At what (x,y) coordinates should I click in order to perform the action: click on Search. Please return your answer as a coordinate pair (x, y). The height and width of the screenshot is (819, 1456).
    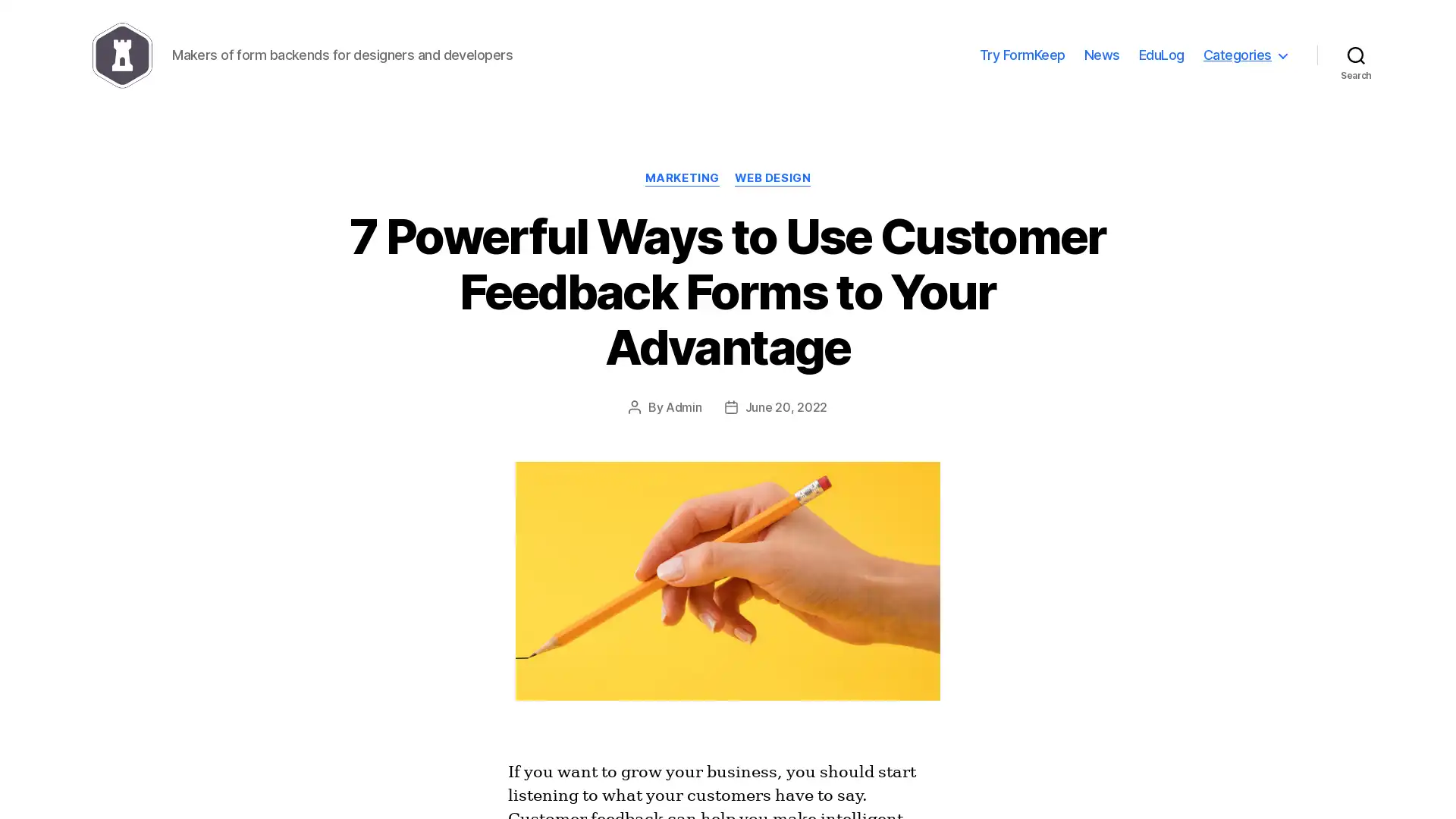
    Looking at the image, I should click on (1356, 54).